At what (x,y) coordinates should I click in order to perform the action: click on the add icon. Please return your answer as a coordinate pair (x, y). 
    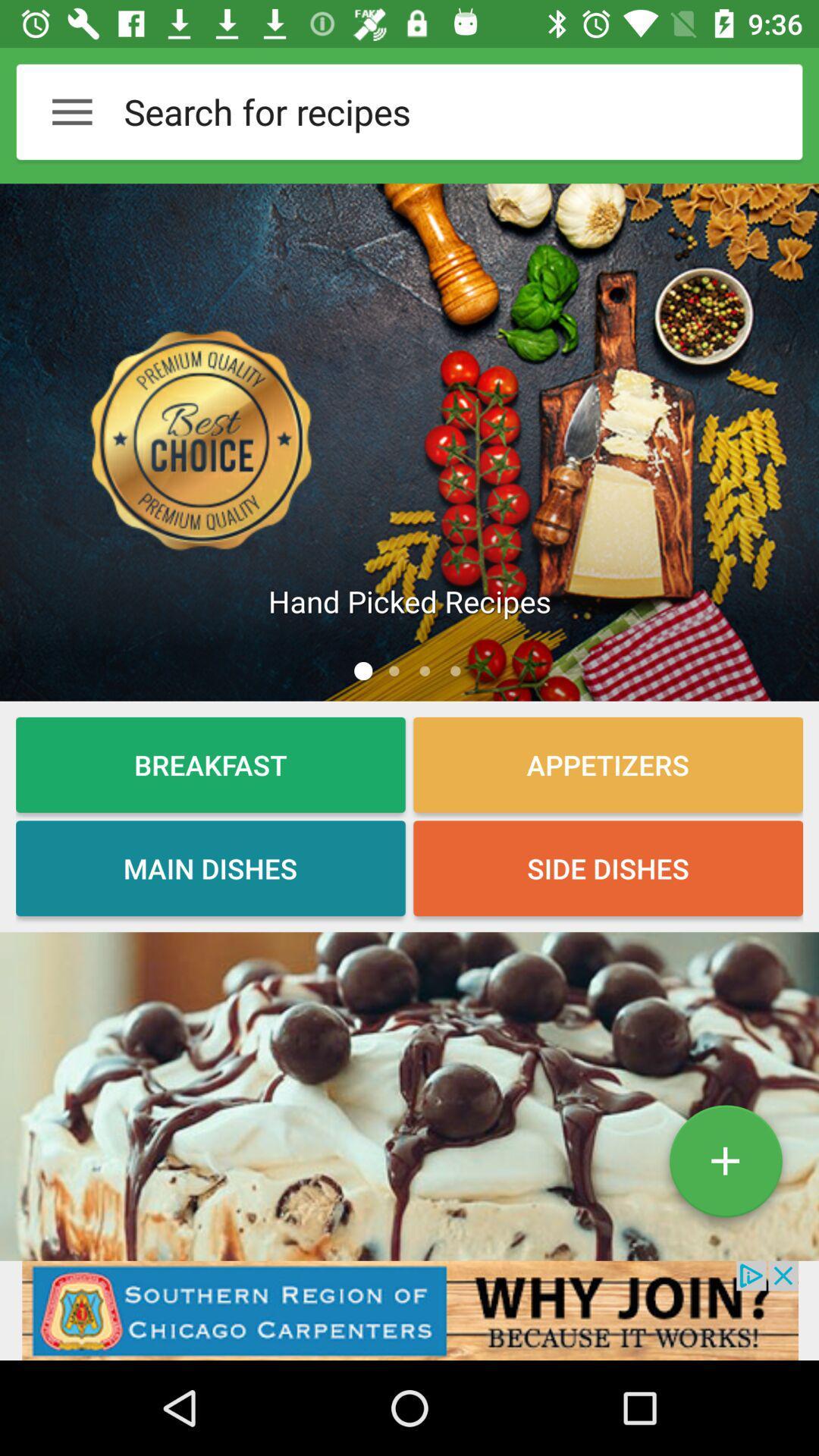
    Looking at the image, I should click on (724, 1166).